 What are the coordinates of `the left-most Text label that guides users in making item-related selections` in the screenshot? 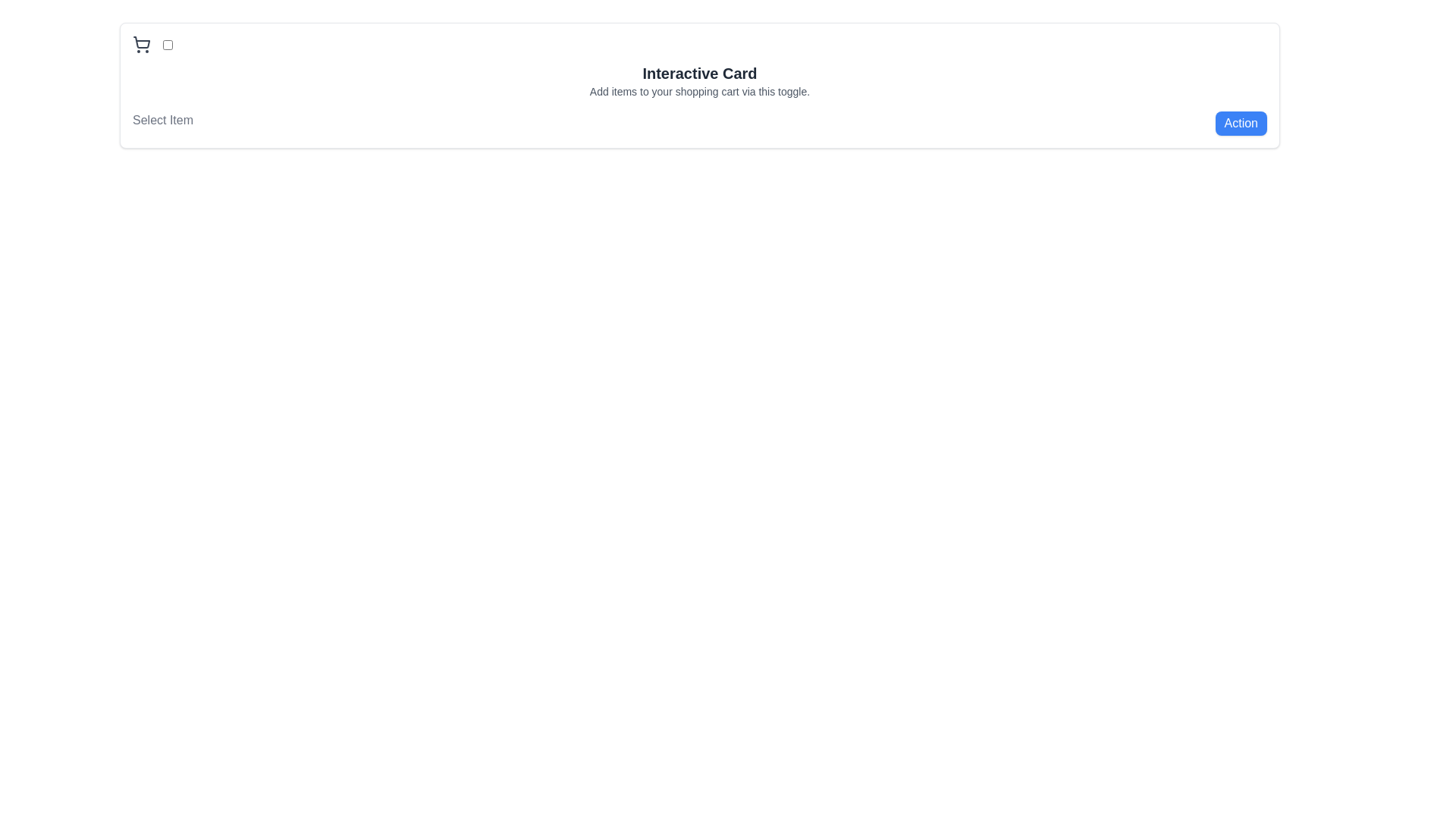 It's located at (163, 122).